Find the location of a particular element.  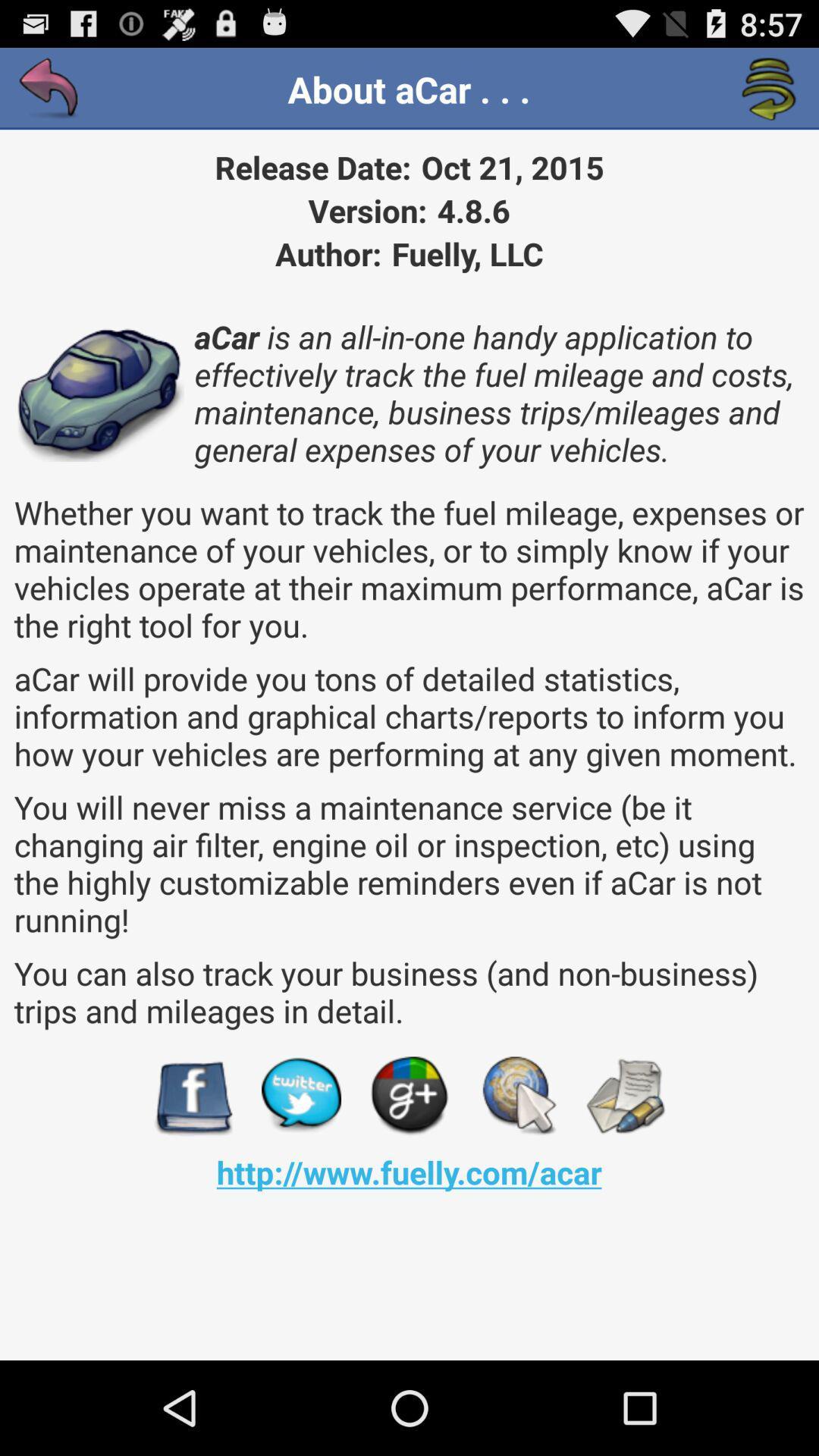

the item next to about acar . . . icon is located at coordinates (49, 89).